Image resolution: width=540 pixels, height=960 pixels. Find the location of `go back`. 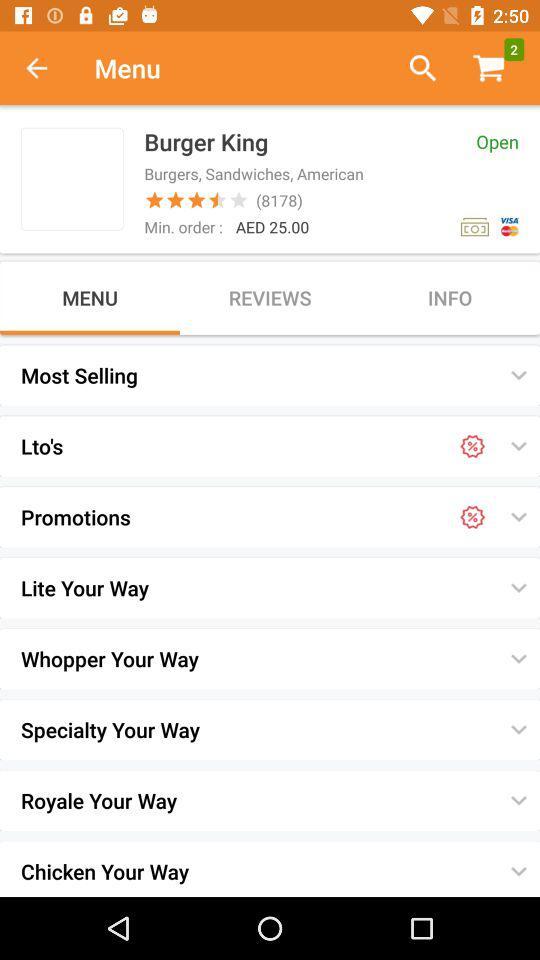

go back is located at coordinates (47, 68).